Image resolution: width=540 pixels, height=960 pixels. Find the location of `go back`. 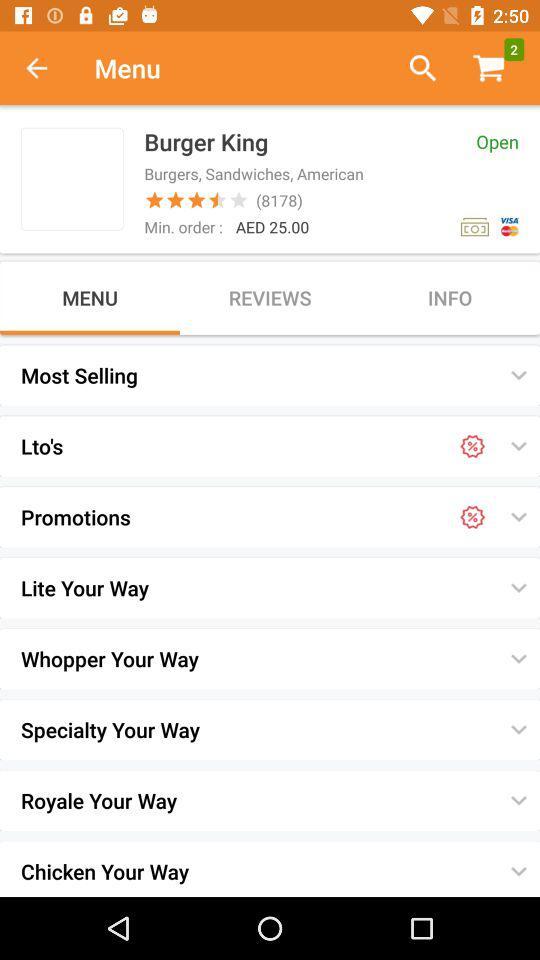

go back is located at coordinates (47, 68).